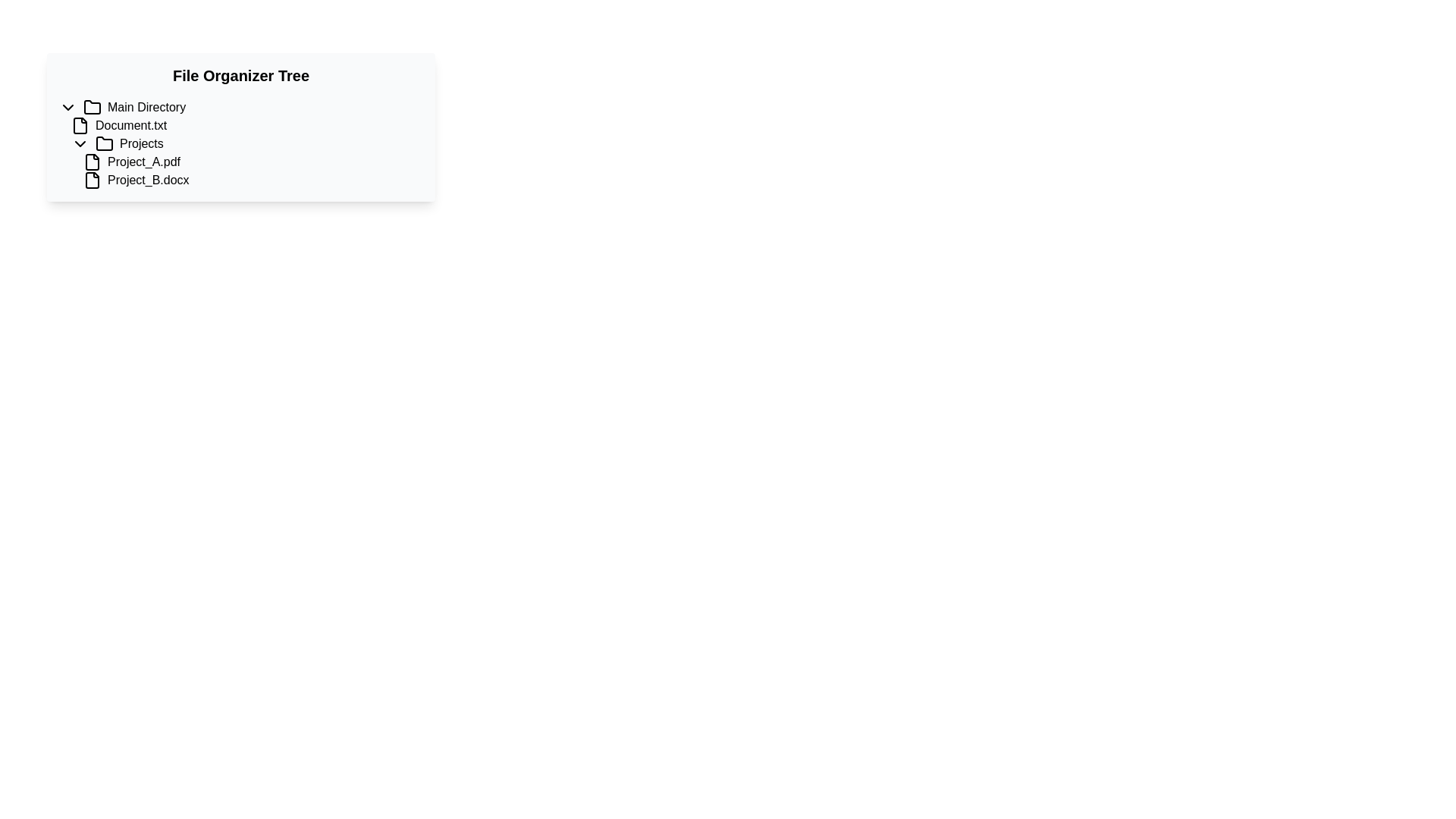 This screenshot has height=819, width=1456. Describe the element at coordinates (67, 107) in the screenshot. I see `the Chevron Icon located to the left of the 'Main Directory' text to indicate focus` at that location.